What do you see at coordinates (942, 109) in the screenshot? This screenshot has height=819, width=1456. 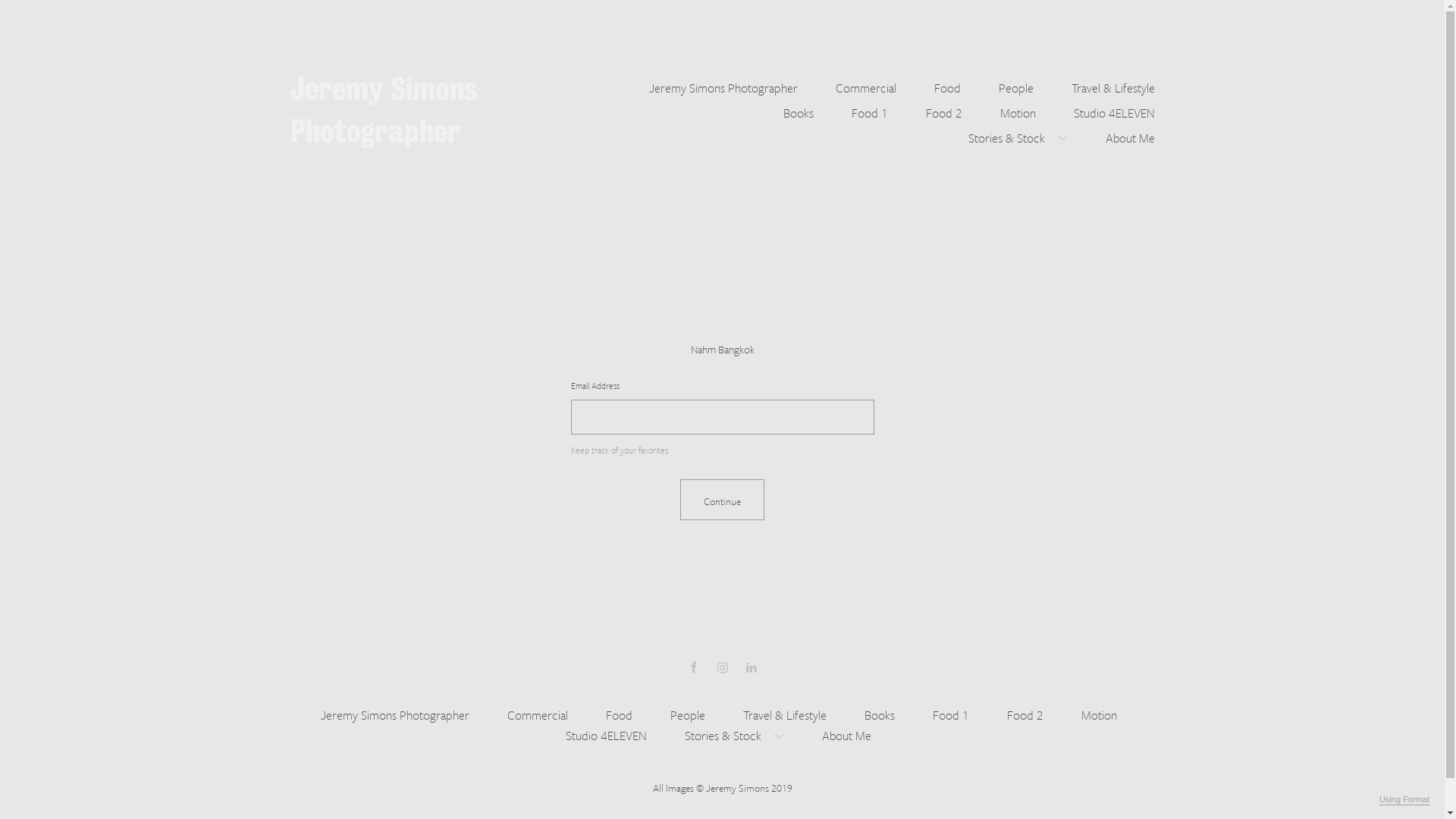 I see `'Food 2'` at bounding box center [942, 109].